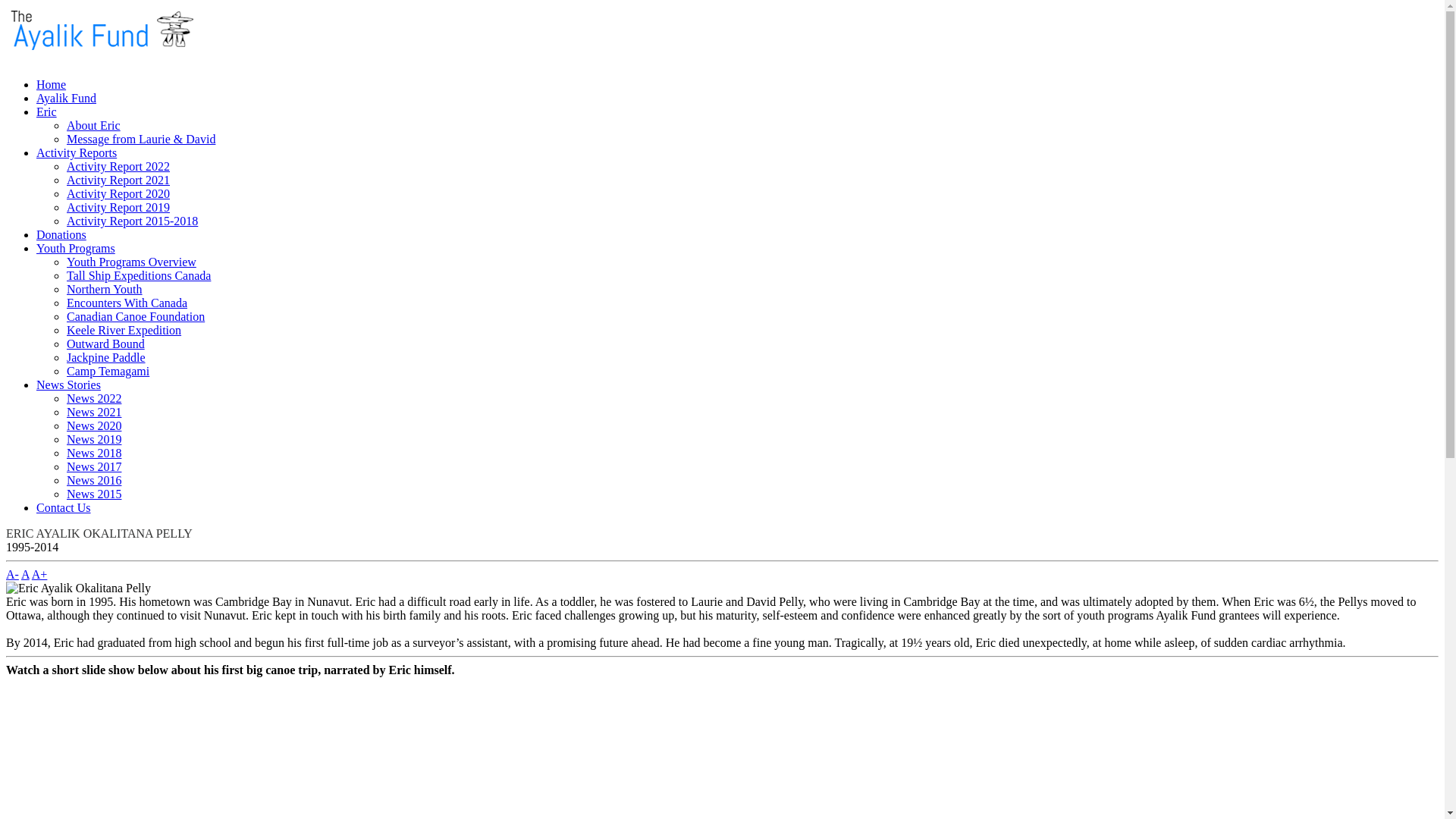  Describe the element at coordinates (107, 371) in the screenshot. I see `'Camp Temagami'` at that location.